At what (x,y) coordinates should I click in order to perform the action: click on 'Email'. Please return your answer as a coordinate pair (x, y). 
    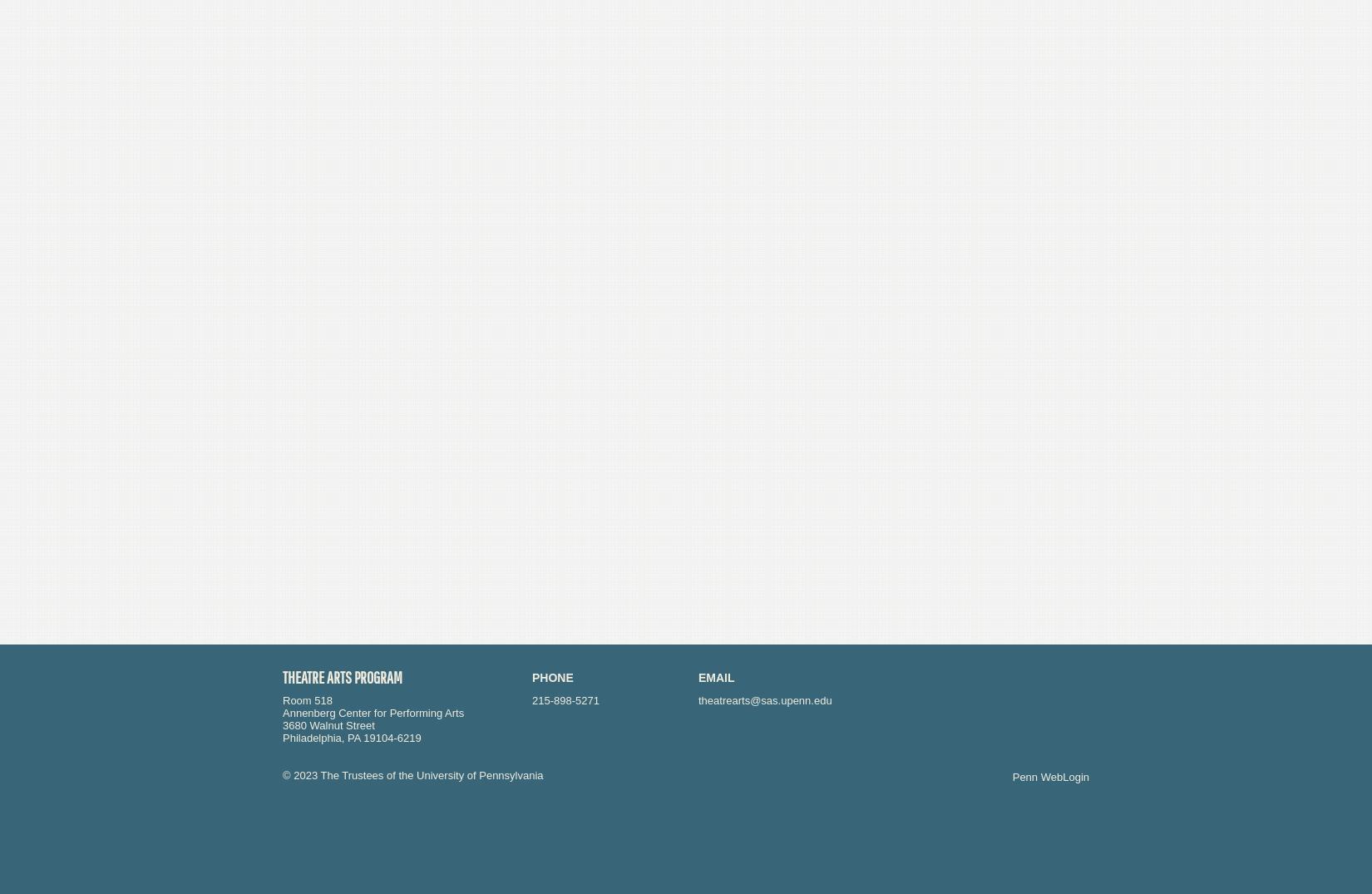
    Looking at the image, I should click on (698, 676).